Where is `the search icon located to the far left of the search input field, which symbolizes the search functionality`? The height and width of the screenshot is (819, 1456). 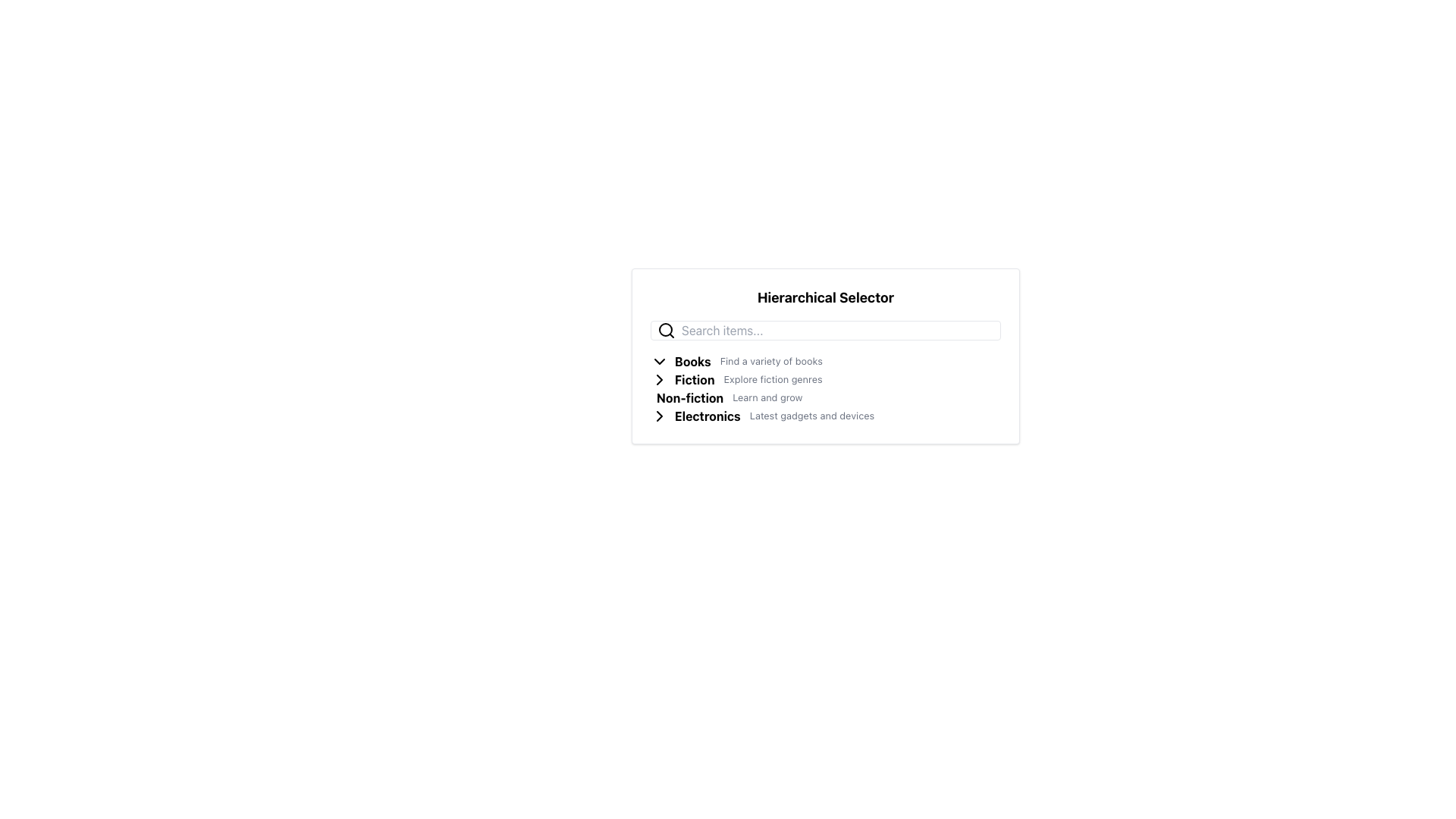 the search icon located to the far left of the search input field, which symbolizes the search functionality is located at coordinates (666, 329).